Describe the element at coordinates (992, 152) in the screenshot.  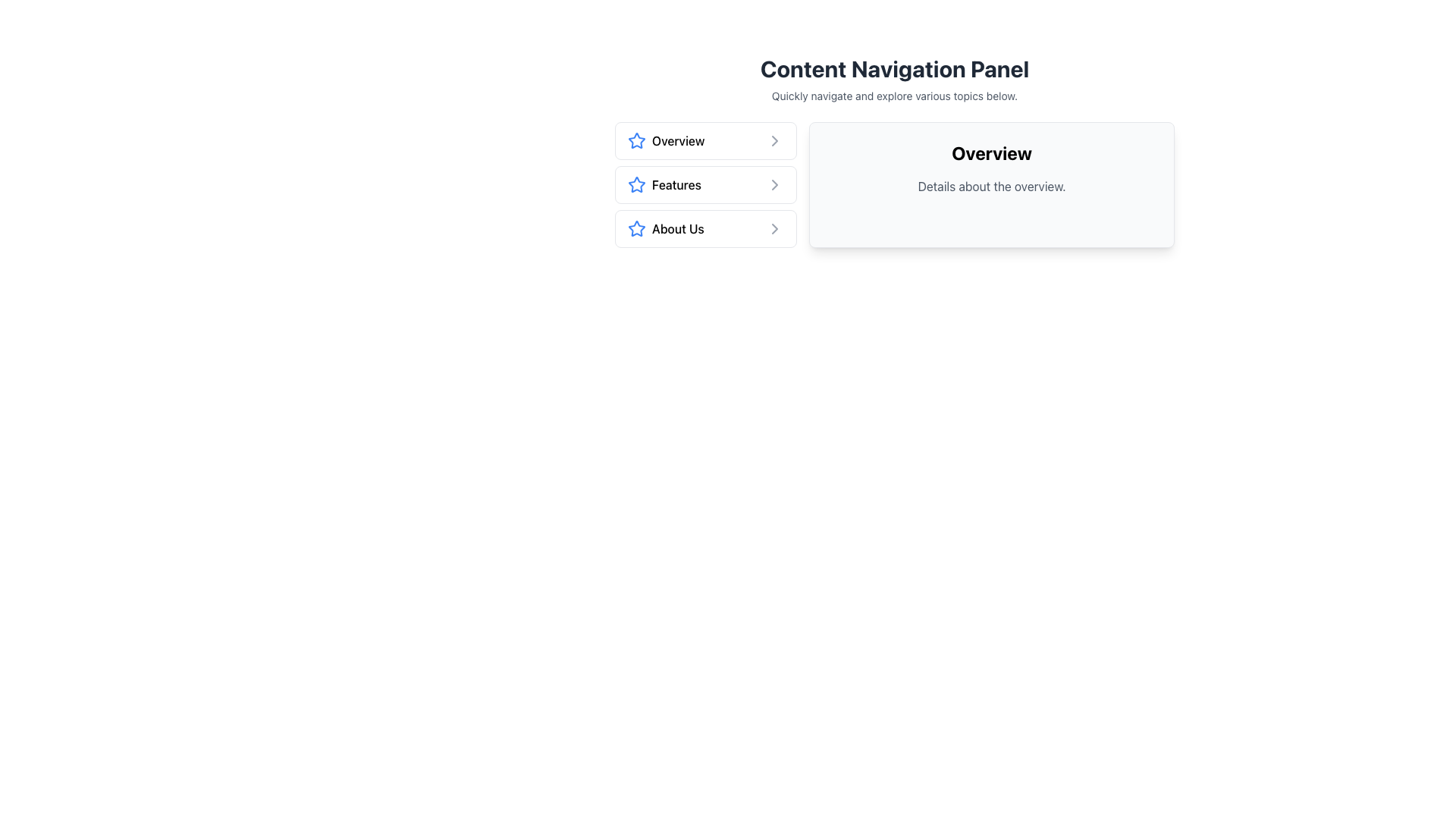
I see `the title text element located inside a gray-bordered rectangular area on the right side of the interface, positioned above the 'Details about the overview' text` at that location.